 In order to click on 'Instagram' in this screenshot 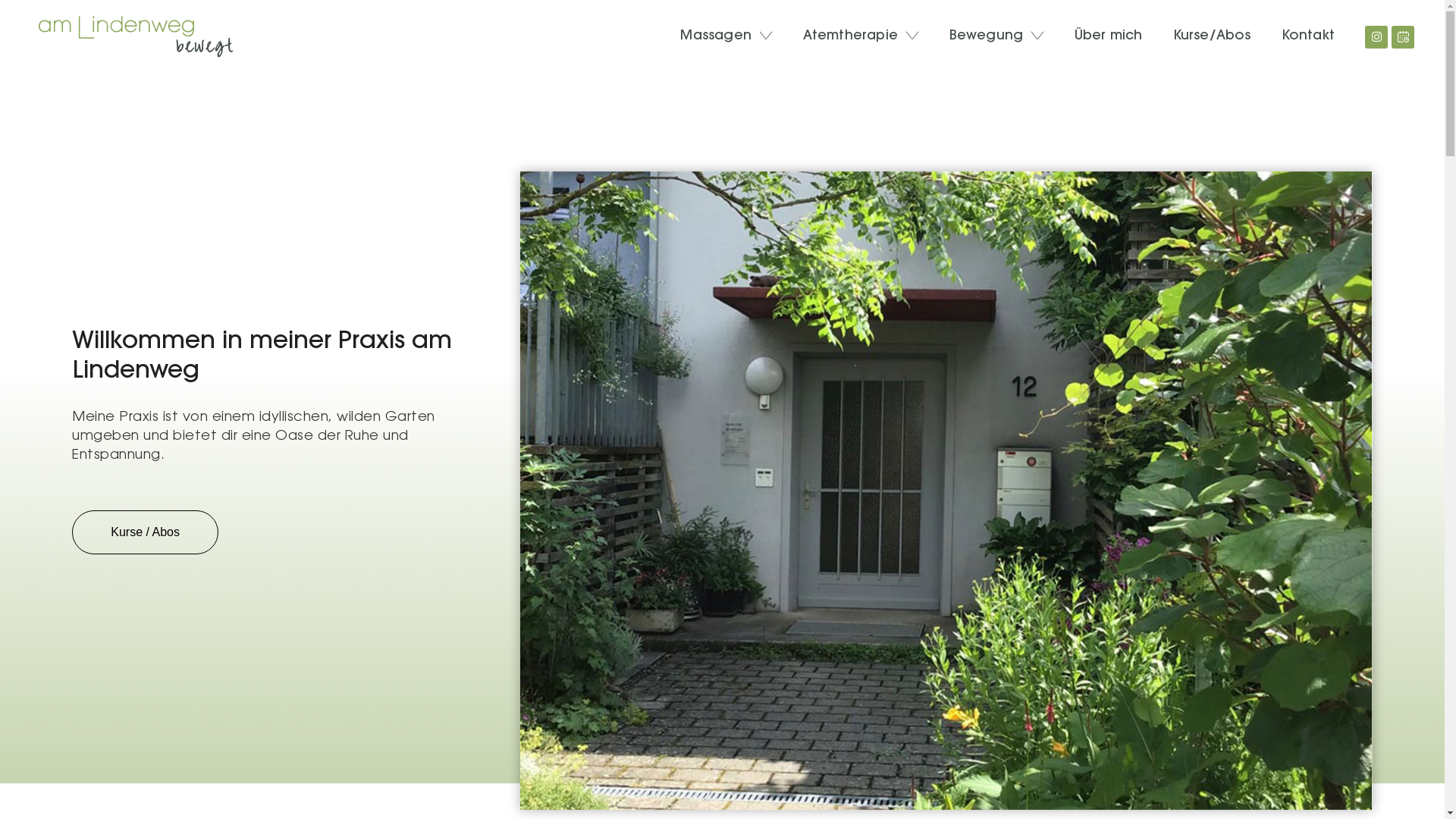, I will do `click(1376, 36)`.